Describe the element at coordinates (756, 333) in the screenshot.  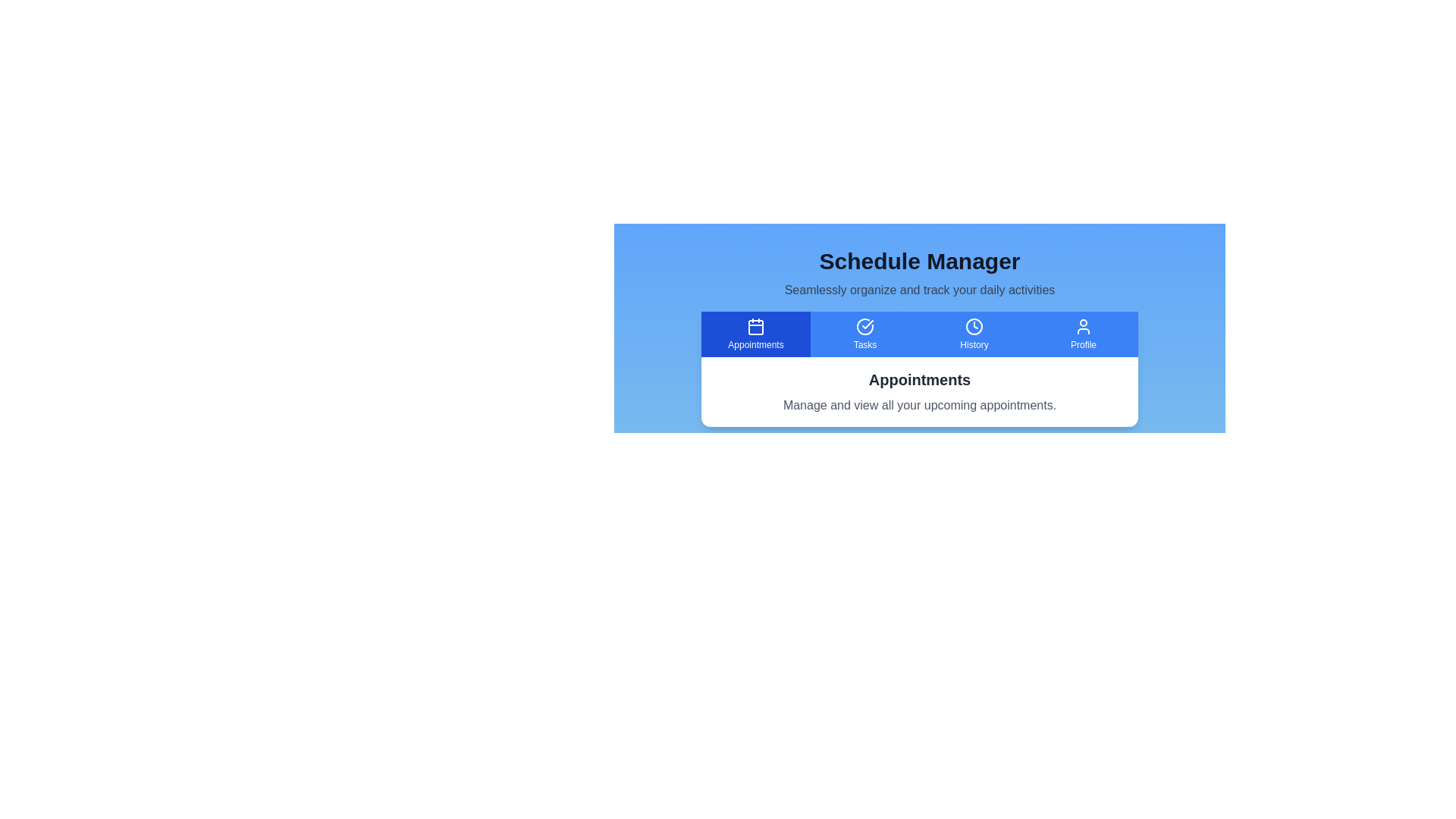
I see `the blue button labeled 'Appointments' with a calendar icon to observe the hover effect` at that location.